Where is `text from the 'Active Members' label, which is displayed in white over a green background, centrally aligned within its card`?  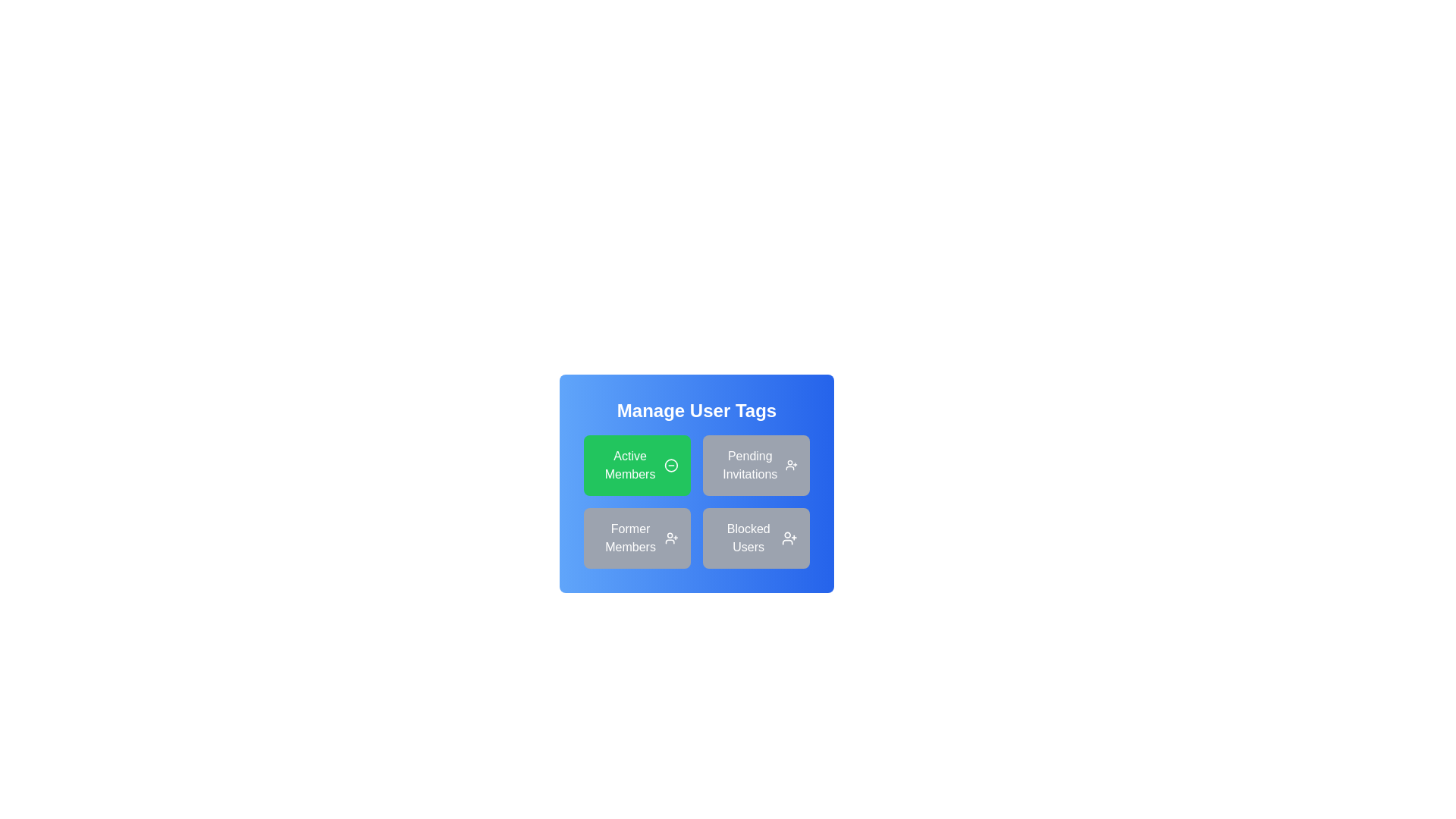
text from the 'Active Members' label, which is displayed in white over a green background, centrally aligned within its card is located at coordinates (629, 464).